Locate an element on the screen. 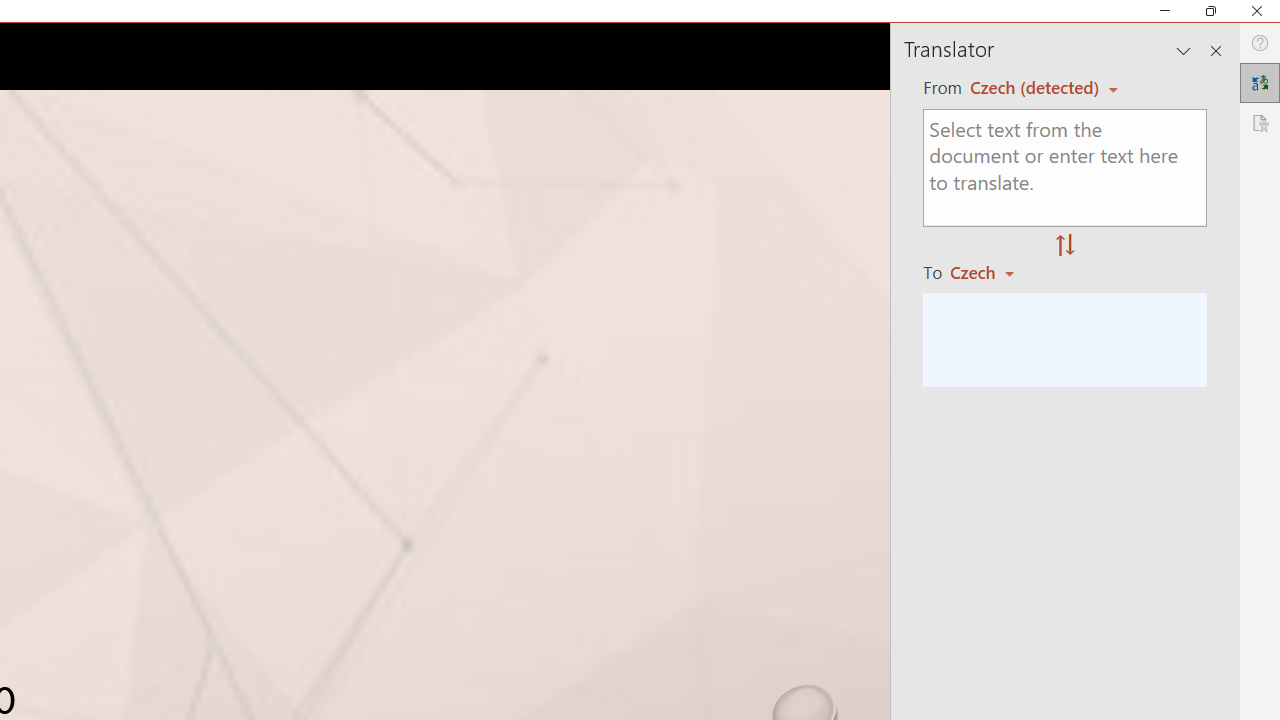 The height and width of the screenshot is (720, 1280). 'Czech (detected)' is located at coordinates (1037, 86).